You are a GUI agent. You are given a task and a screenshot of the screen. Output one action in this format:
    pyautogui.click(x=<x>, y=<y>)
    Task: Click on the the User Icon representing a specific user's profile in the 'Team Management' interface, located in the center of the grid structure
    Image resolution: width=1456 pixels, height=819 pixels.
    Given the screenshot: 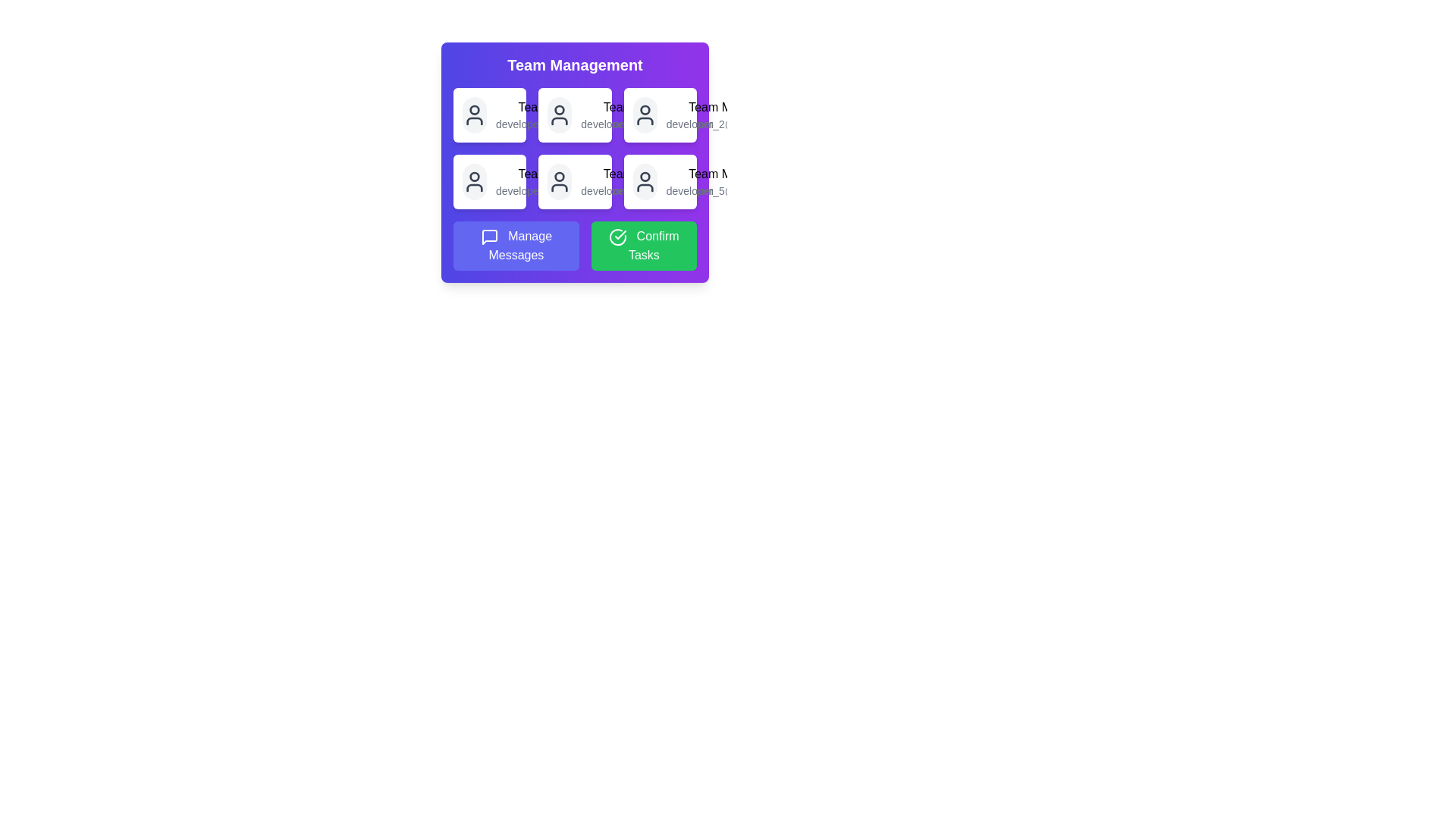 What is the action you would take?
    pyautogui.click(x=559, y=114)
    